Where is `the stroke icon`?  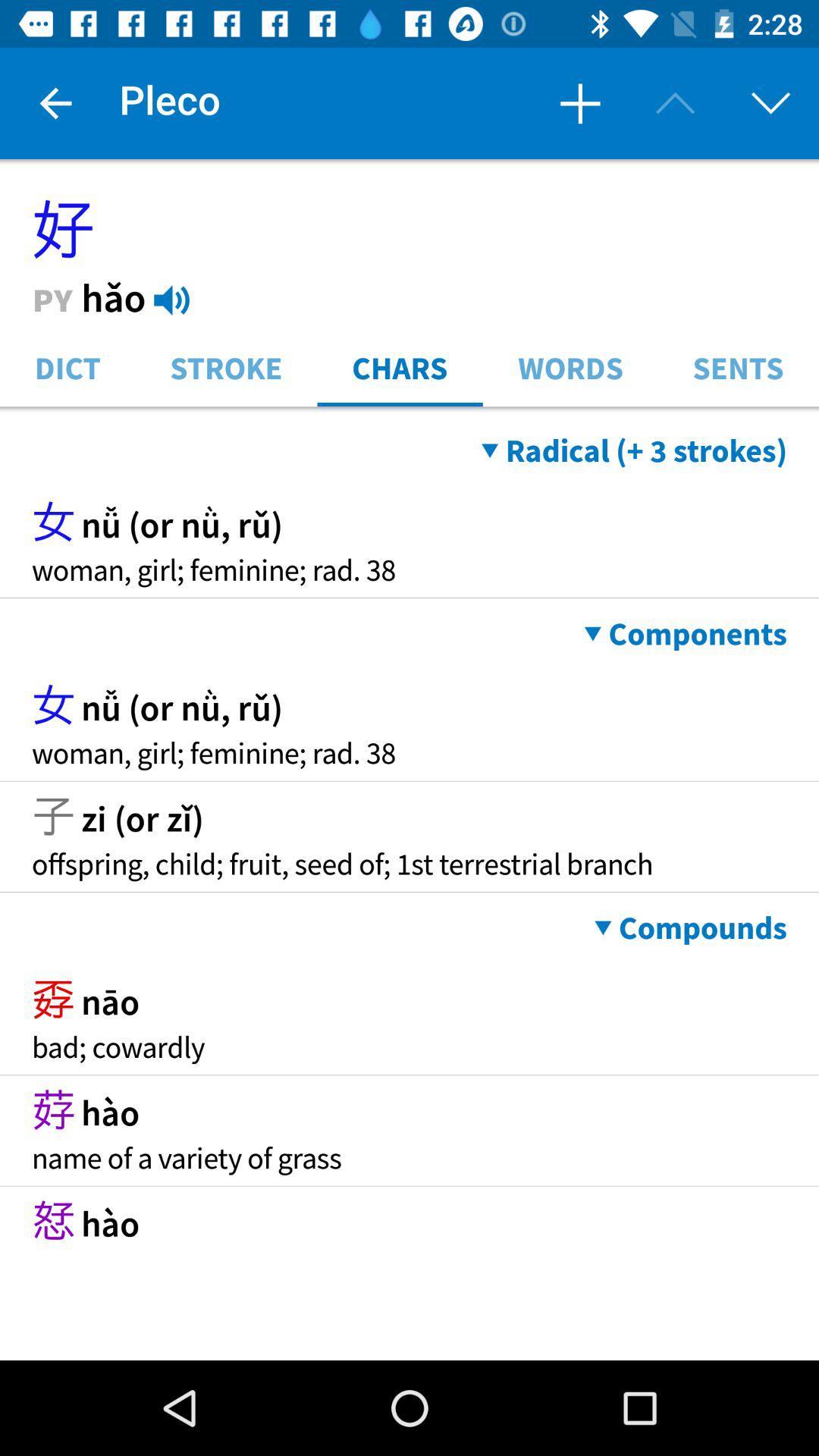 the stroke icon is located at coordinates (226, 366).